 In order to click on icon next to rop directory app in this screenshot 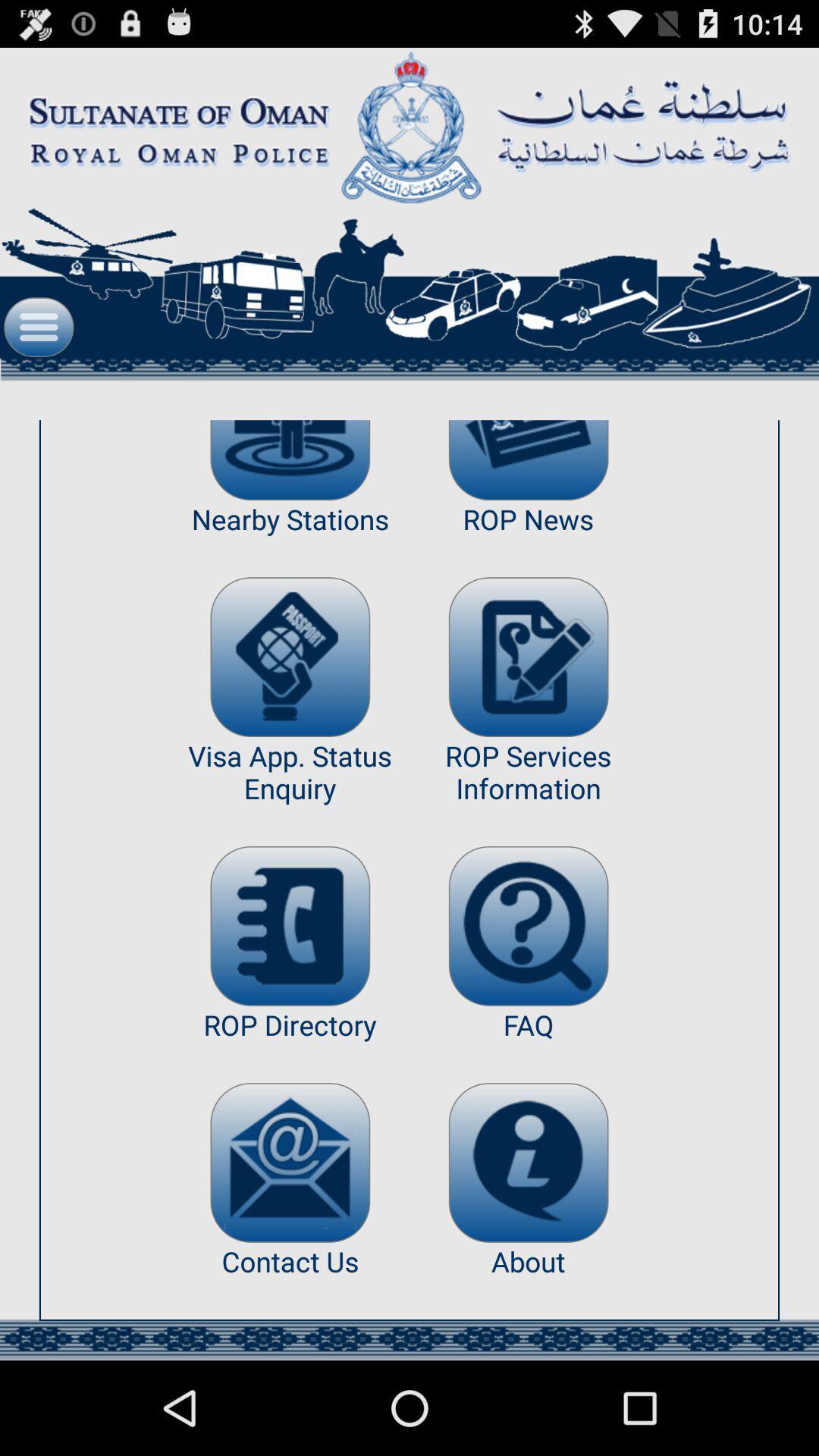, I will do `click(528, 1162)`.